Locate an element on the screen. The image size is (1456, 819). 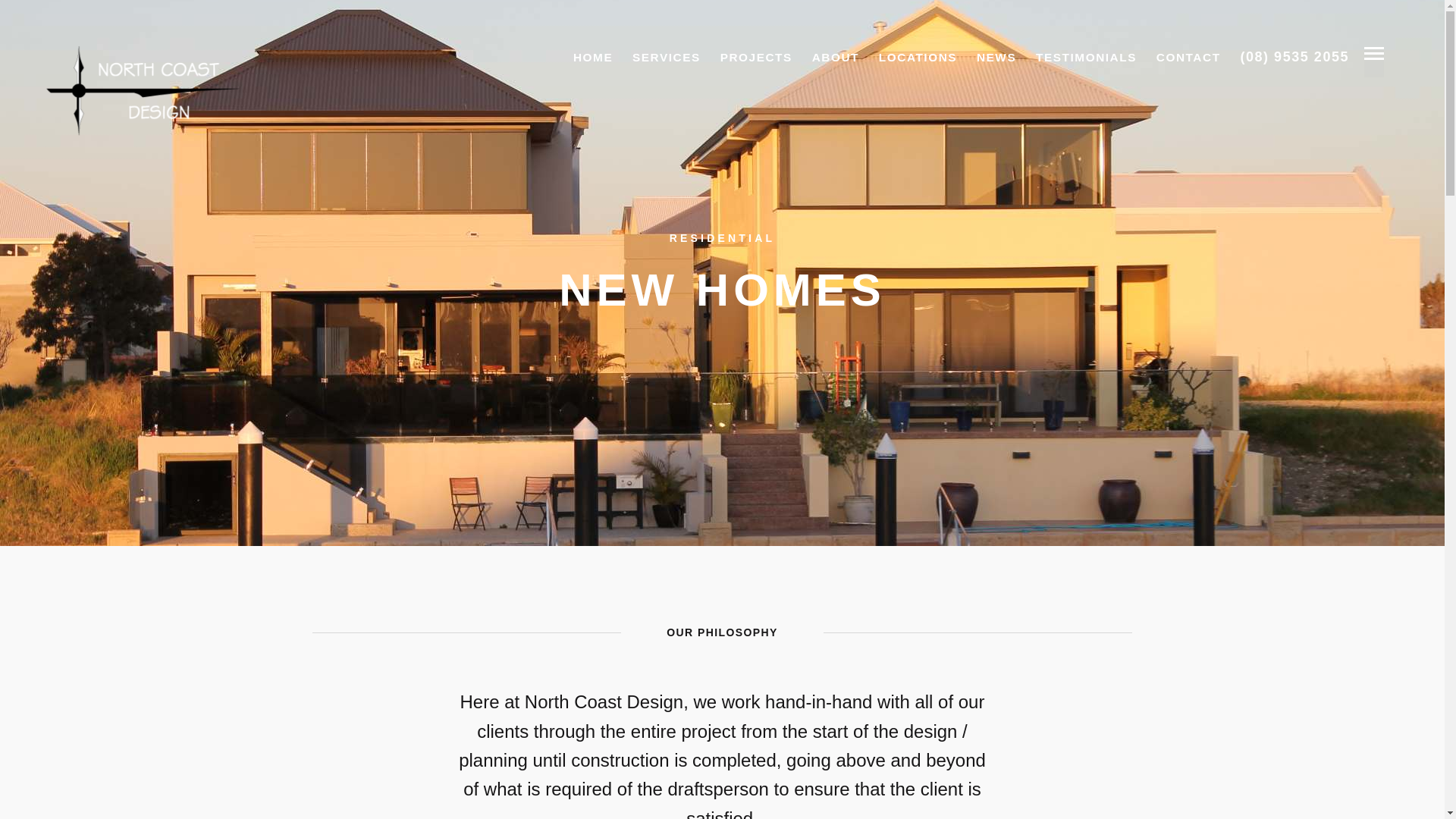
'North Coast Design' is located at coordinates (143, 90).